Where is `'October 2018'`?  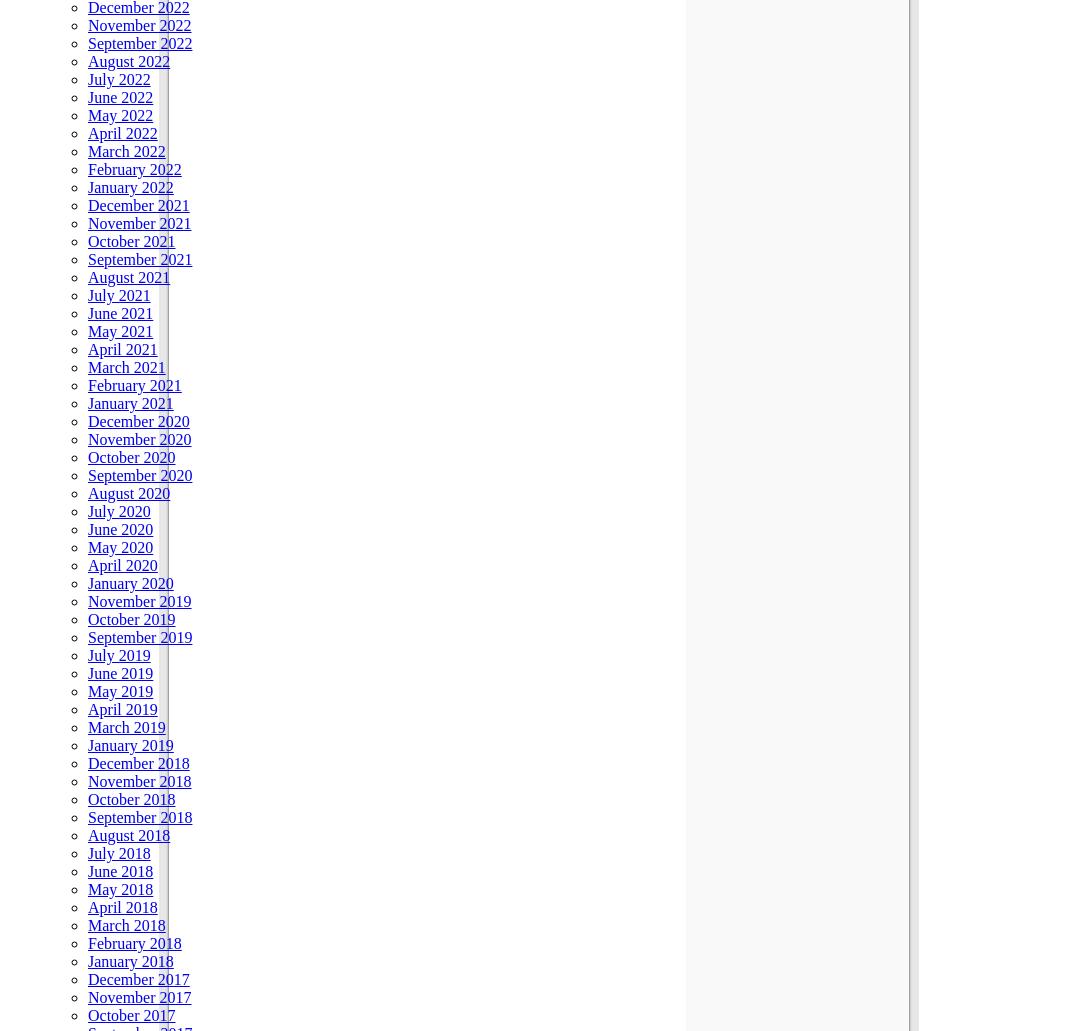 'October 2018' is located at coordinates (131, 797).